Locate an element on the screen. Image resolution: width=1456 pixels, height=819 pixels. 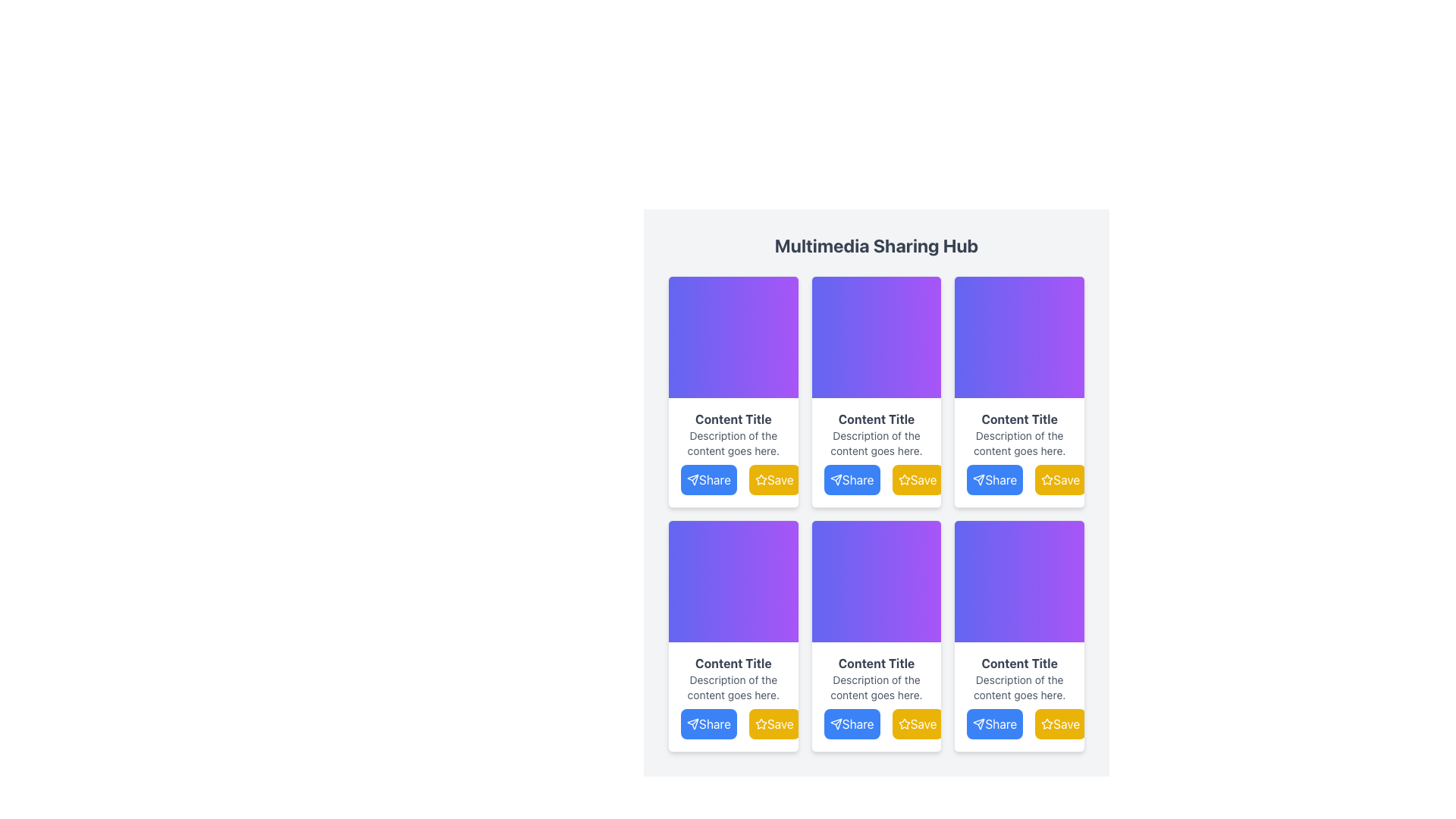
the 'Save' button, represented by a star icon, located in the first row and second column of the grid layout, adjacent to the 'Share' button, using keyboard navigation is located at coordinates (904, 479).